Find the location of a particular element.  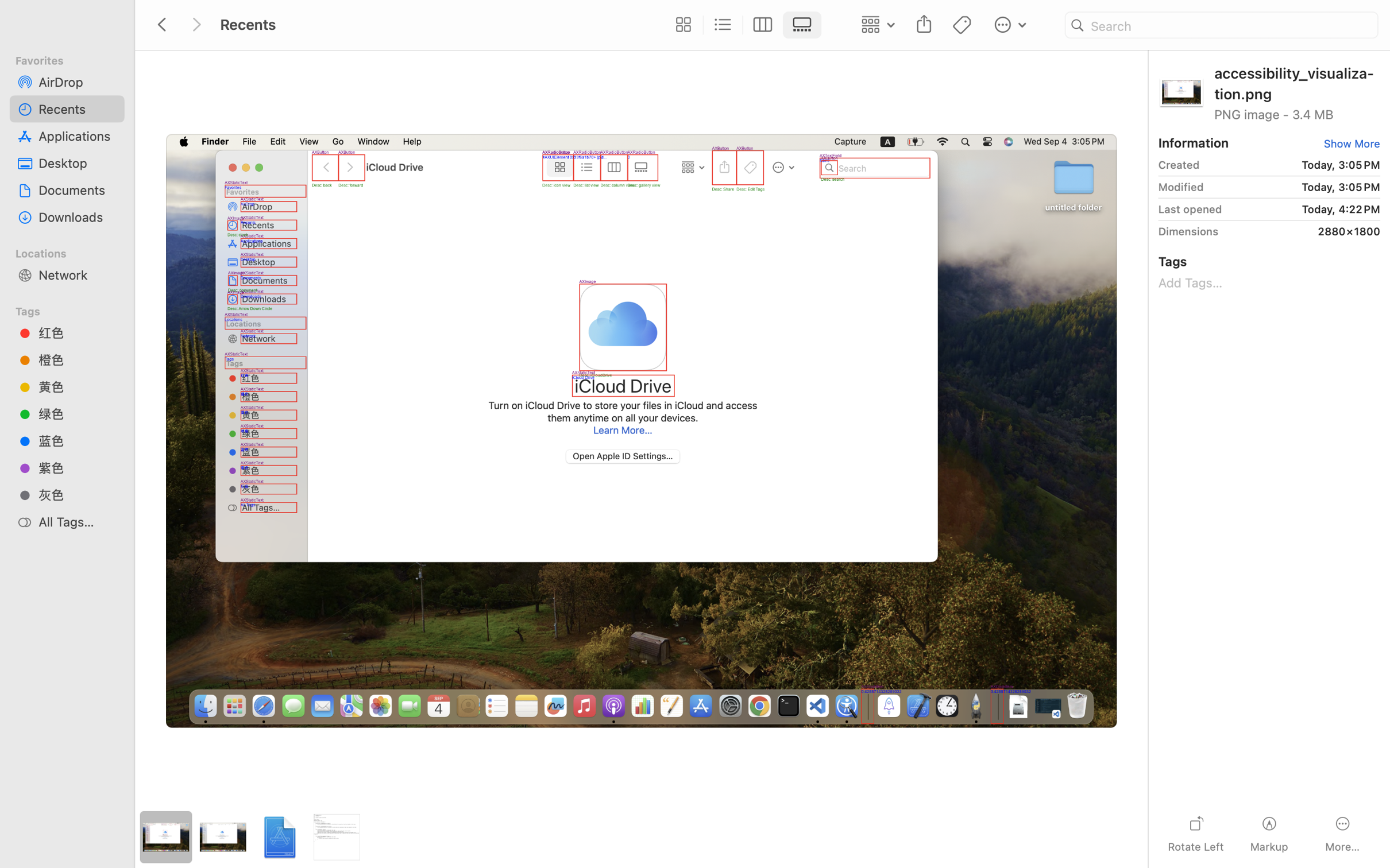

'灰色' is located at coordinates (77, 494).